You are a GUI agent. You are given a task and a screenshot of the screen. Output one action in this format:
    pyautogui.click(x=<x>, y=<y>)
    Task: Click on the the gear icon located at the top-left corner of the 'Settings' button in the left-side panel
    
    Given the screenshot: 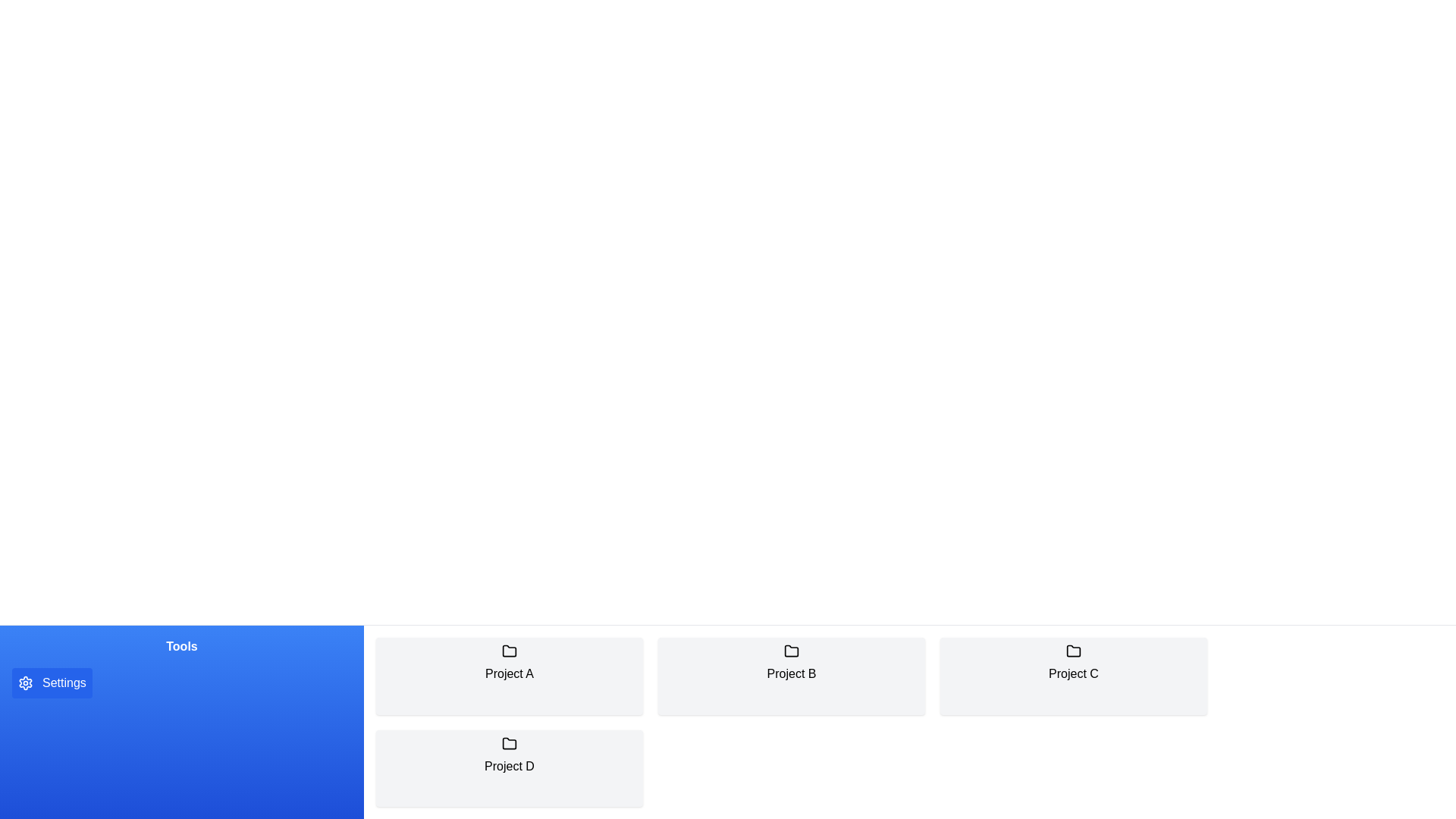 What is the action you would take?
    pyautogui.click(x=25, y=683)
    